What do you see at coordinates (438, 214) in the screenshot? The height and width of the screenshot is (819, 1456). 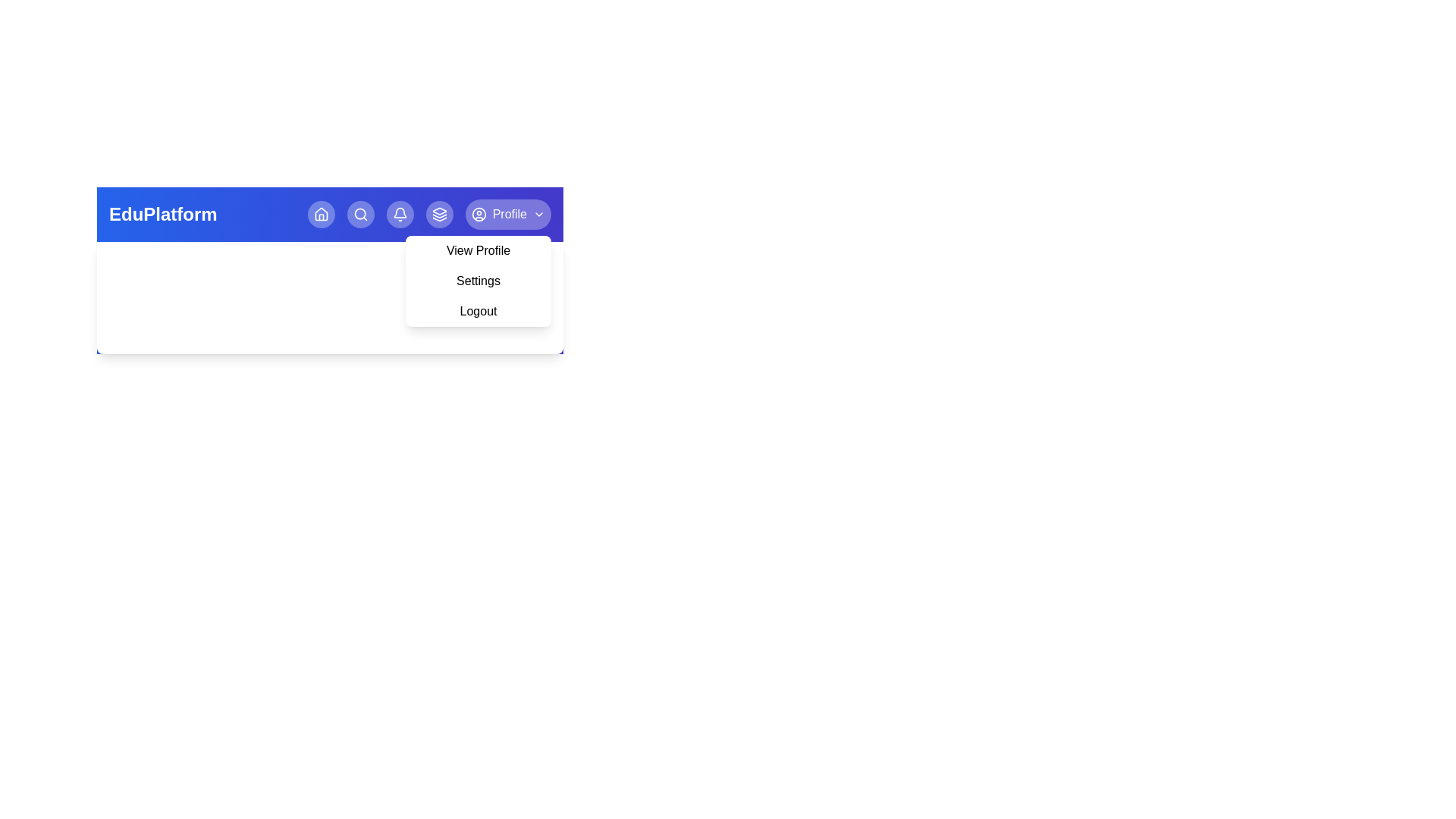 I see `the Layers navigation button in the header` at bounding box center [438, 214].